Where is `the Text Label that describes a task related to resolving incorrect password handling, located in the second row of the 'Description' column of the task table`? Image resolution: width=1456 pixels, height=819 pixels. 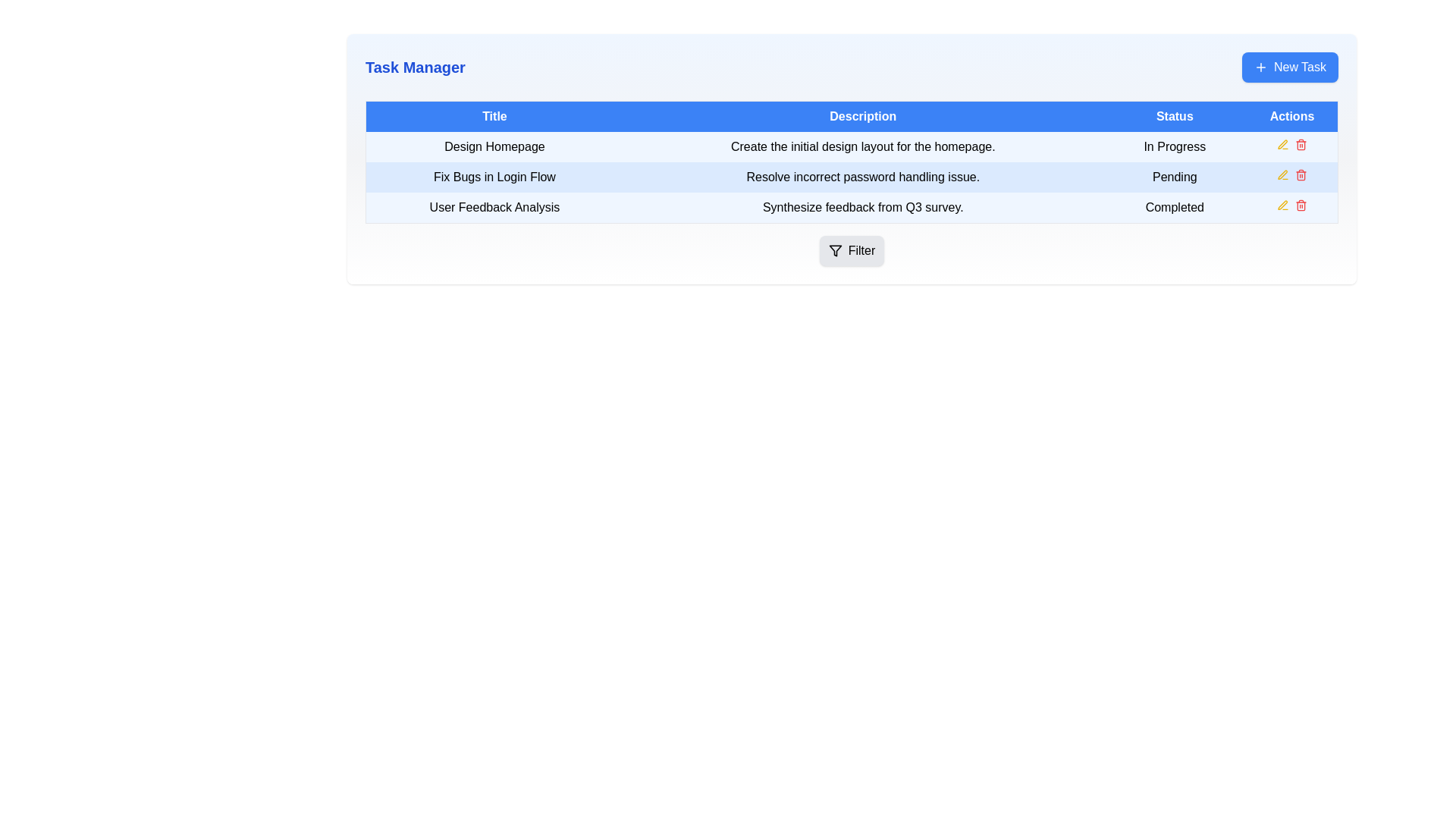
the Text Label that describes a task related to resolving incorrect password handling, located in the second row of the 'Description' column of the task table is located at coordinates (863, 177).